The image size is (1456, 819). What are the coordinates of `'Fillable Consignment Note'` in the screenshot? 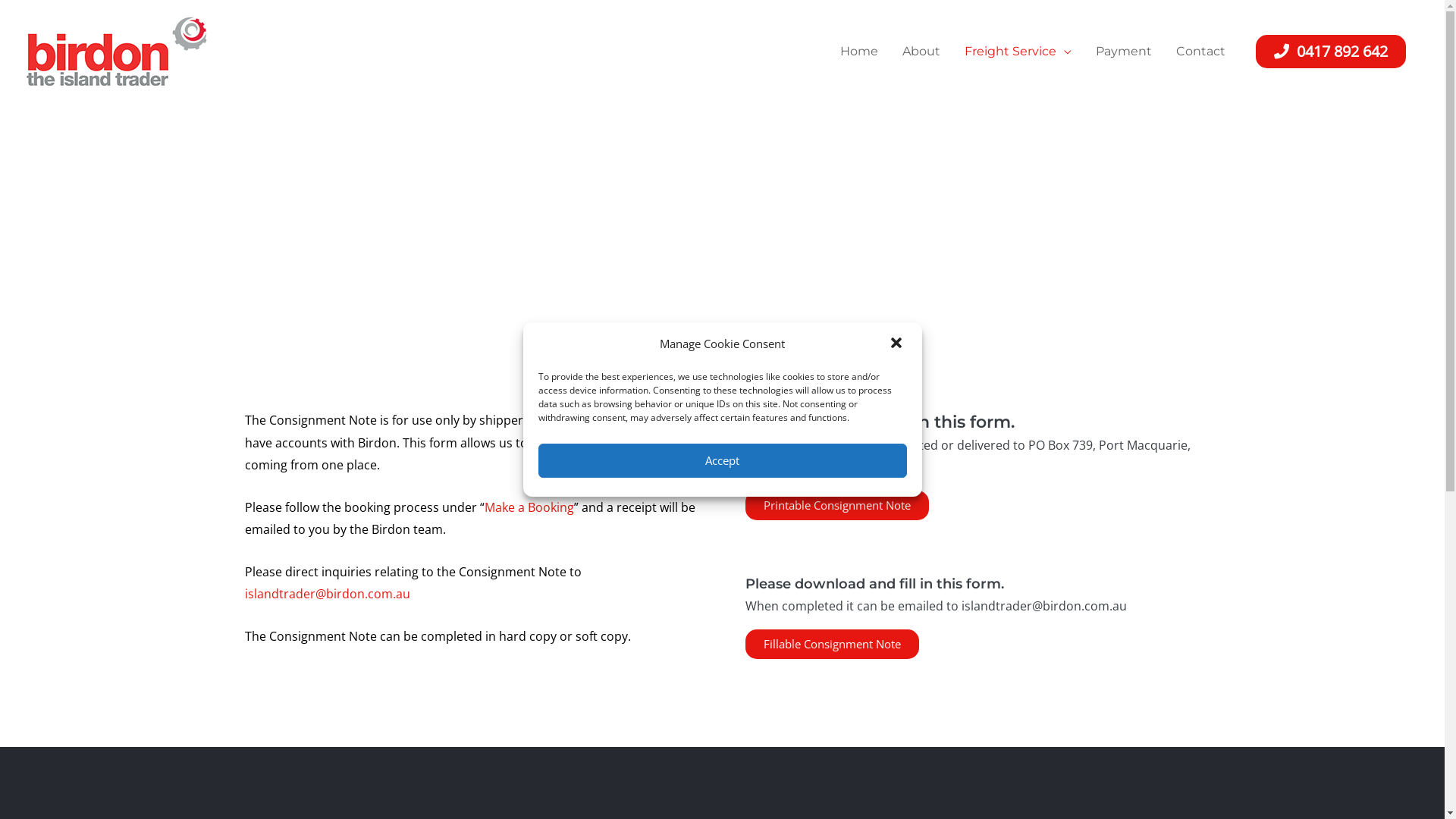 It's located at (830, 644).